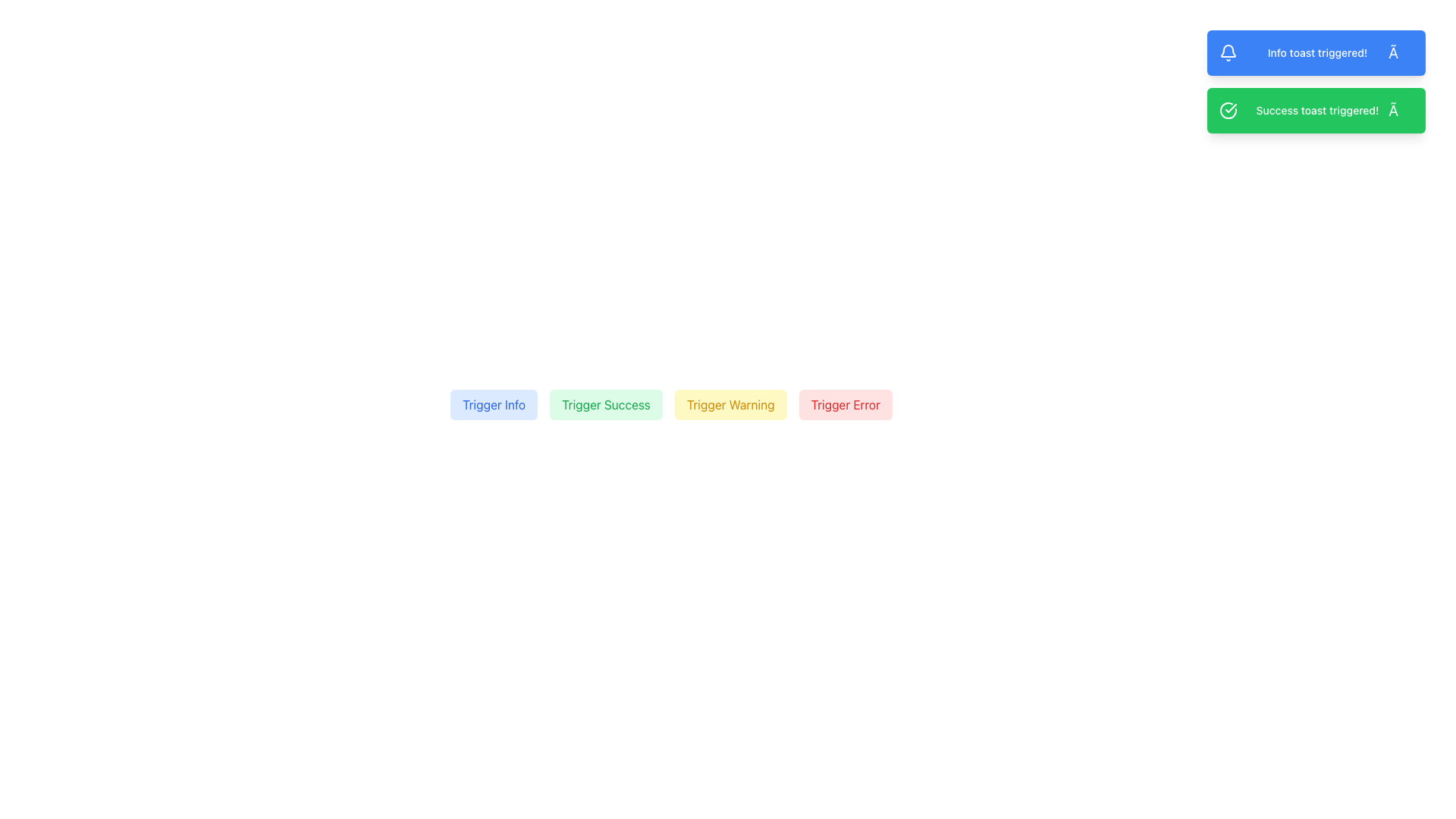  What do you see at coordinates (1316, 52) in the screenshot?
I see `the main text display in the notification box that shows the message 'Info toast triggered!'` at bounding box center [1316, 52].